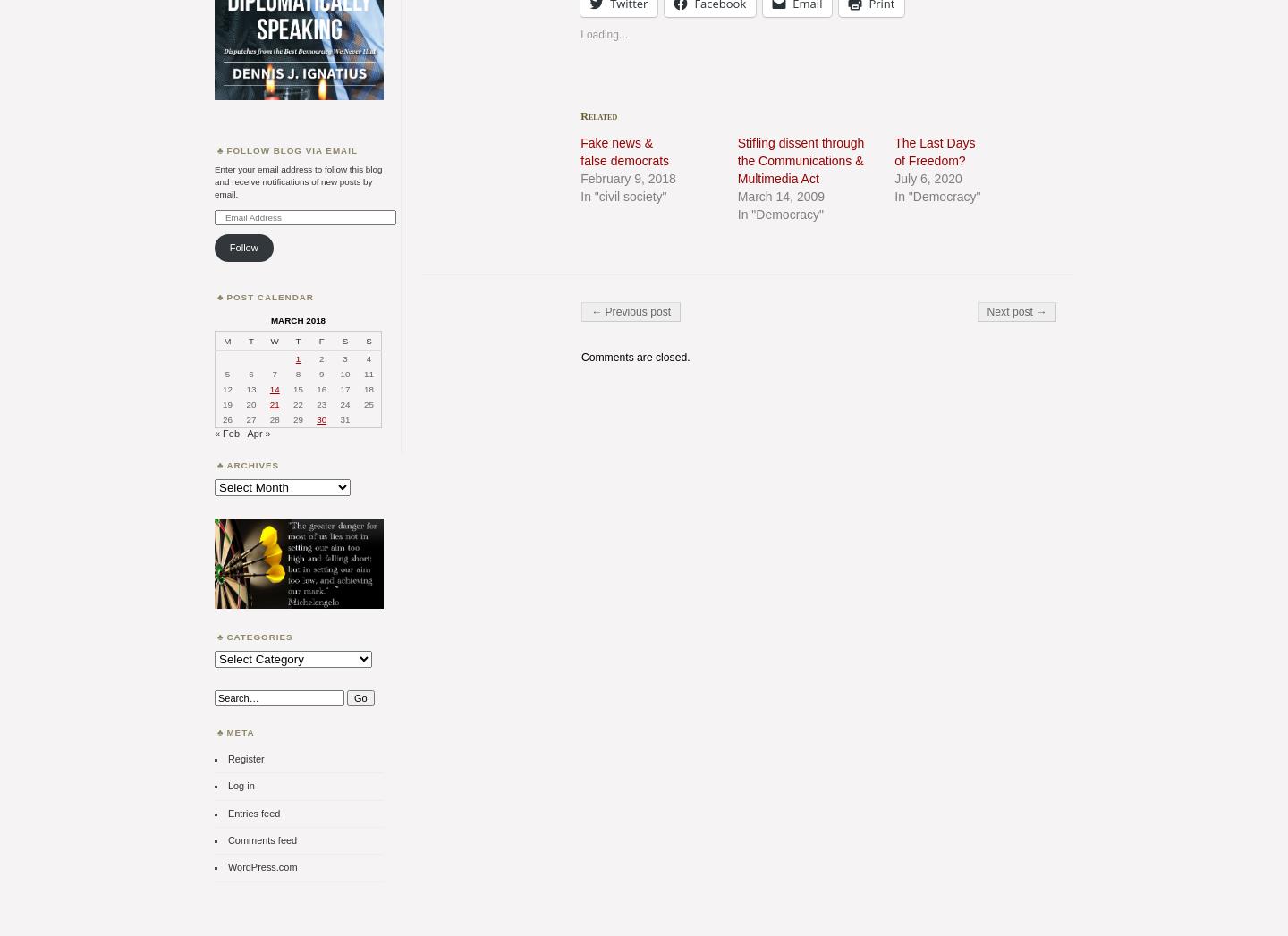  What do you see at coordinates (225, 419) in the screenshot?
I see `'26'` at bounding box center [225, 419].